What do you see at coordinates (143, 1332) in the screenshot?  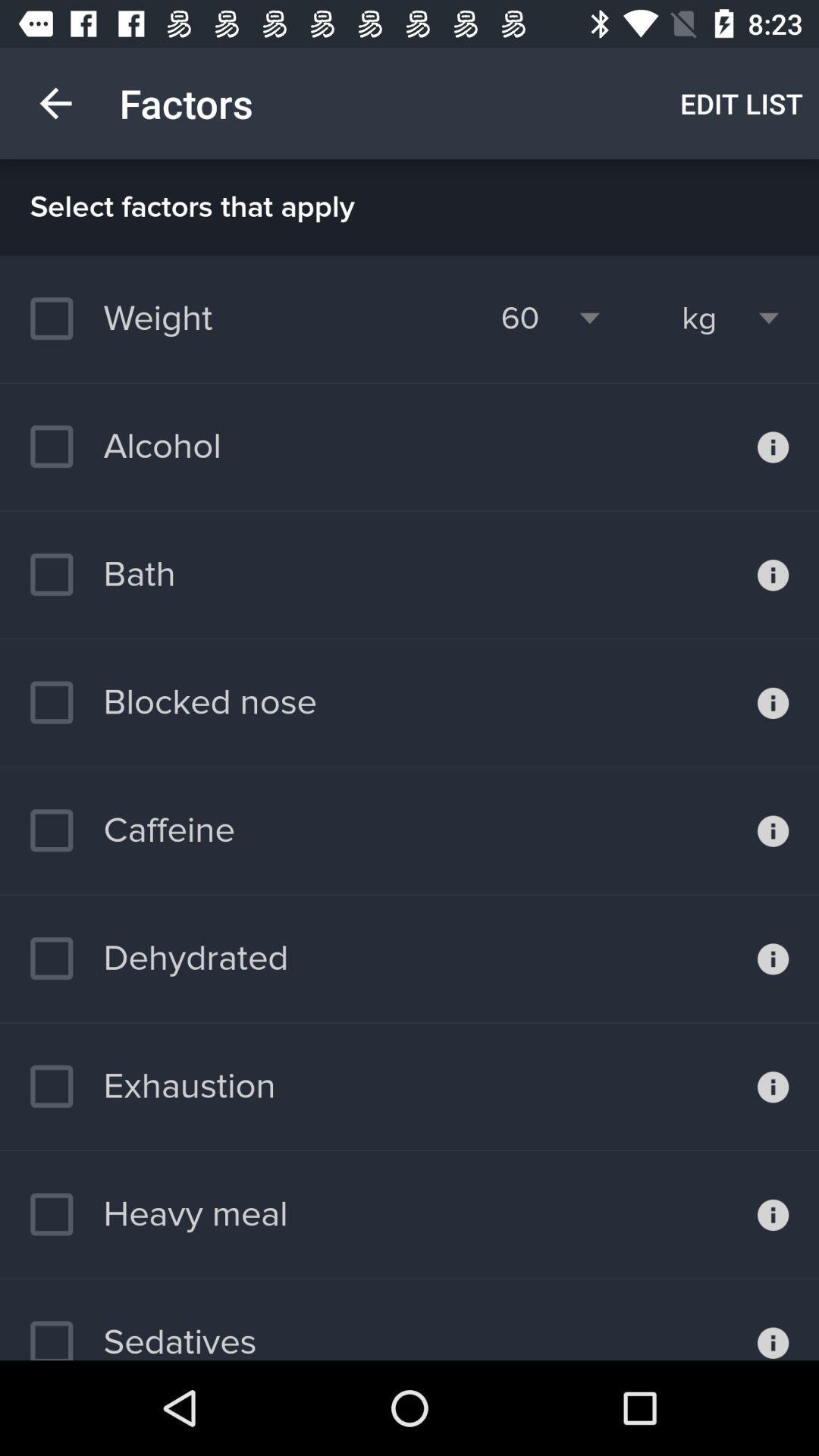 I see `the item below the heavy meal icon` at bounding box center [143, 1332].